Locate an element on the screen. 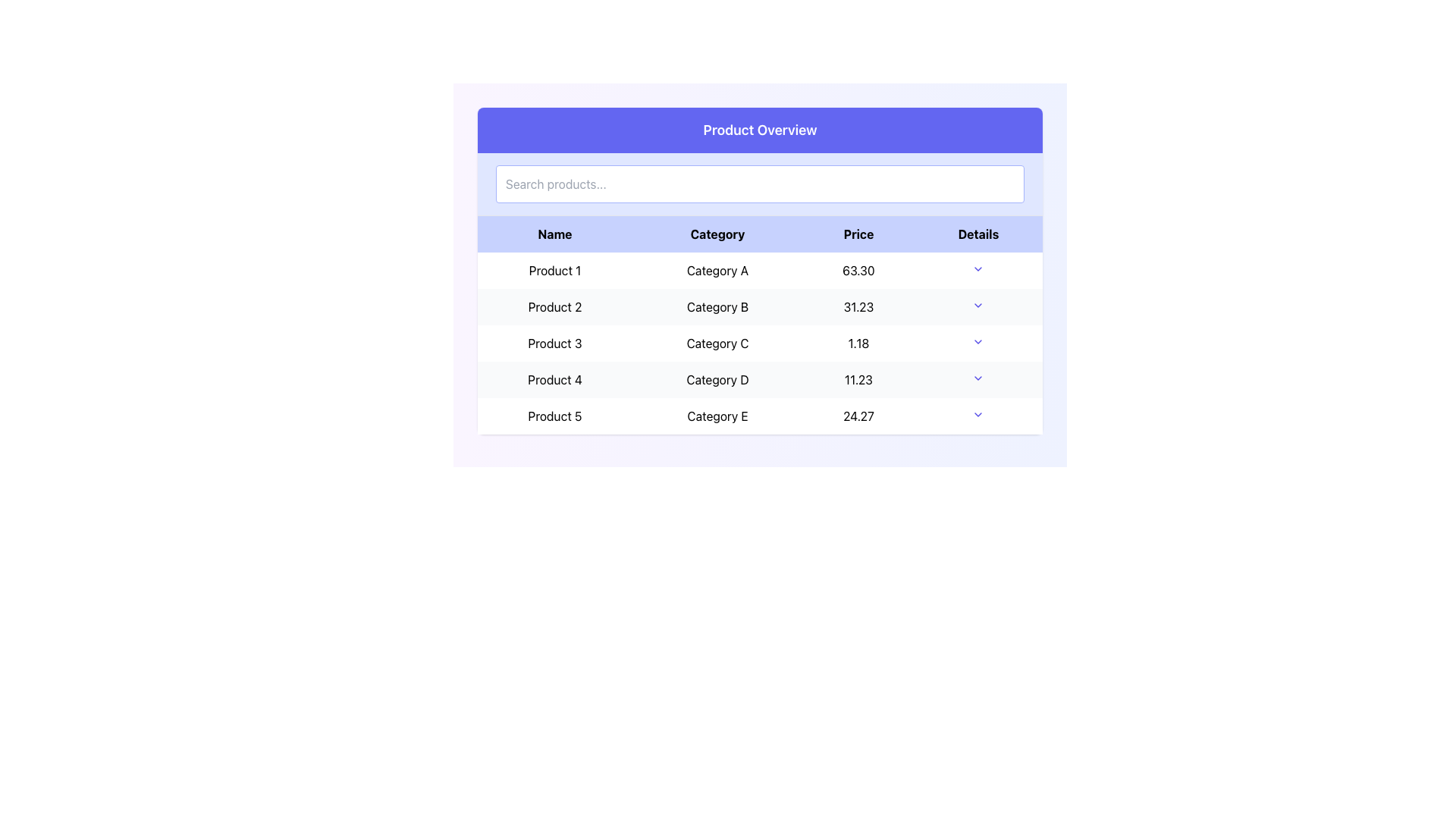 The height and width of the screenshot is (819, 1456). the third row of the product information table which displays the name, category, and price details is located at coordinates (760, 343).